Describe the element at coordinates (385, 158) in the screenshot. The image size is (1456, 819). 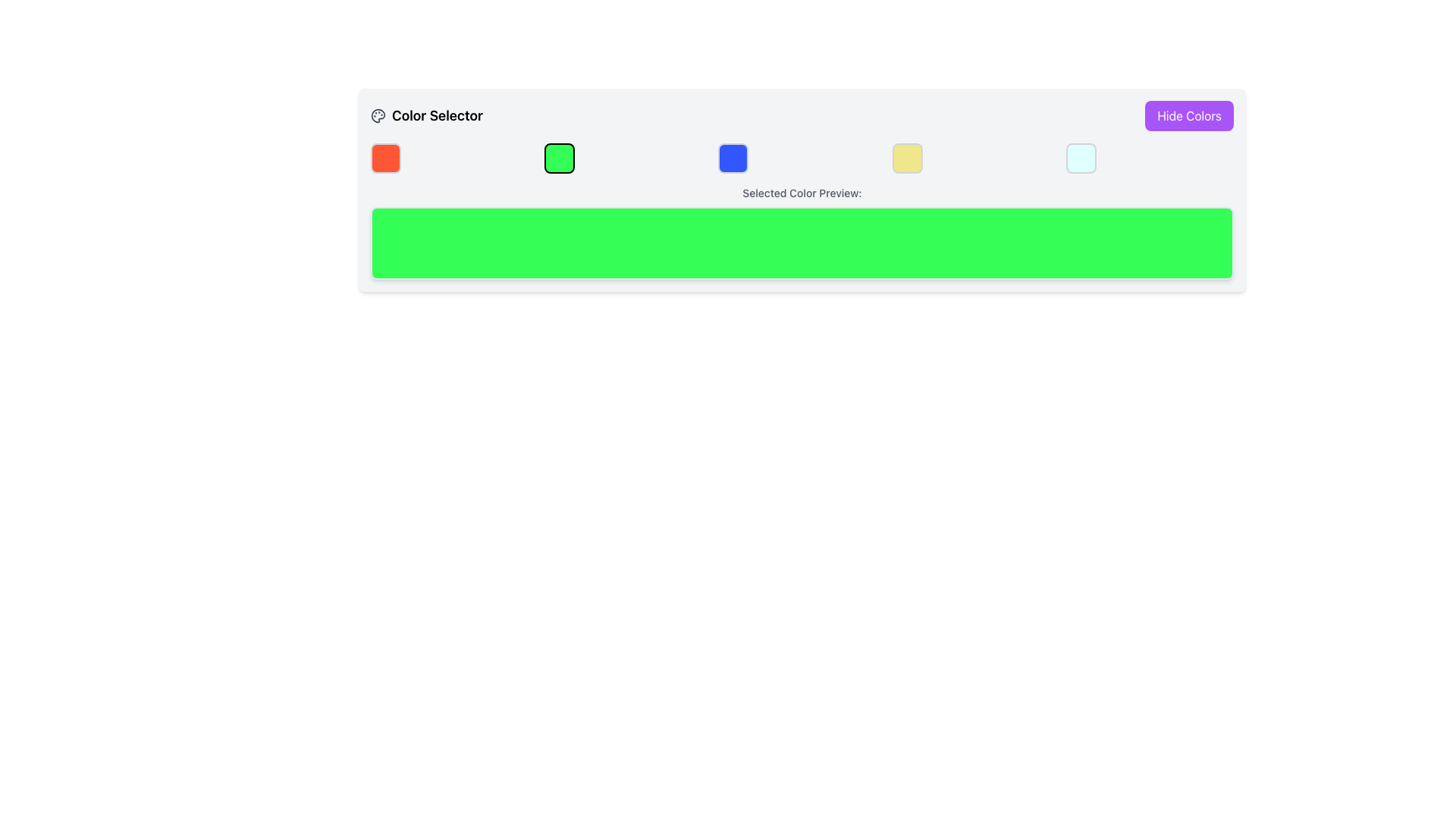
I see `the first square button in the grid, which has a bright red background, rounded corners, and a gray border` at that location.